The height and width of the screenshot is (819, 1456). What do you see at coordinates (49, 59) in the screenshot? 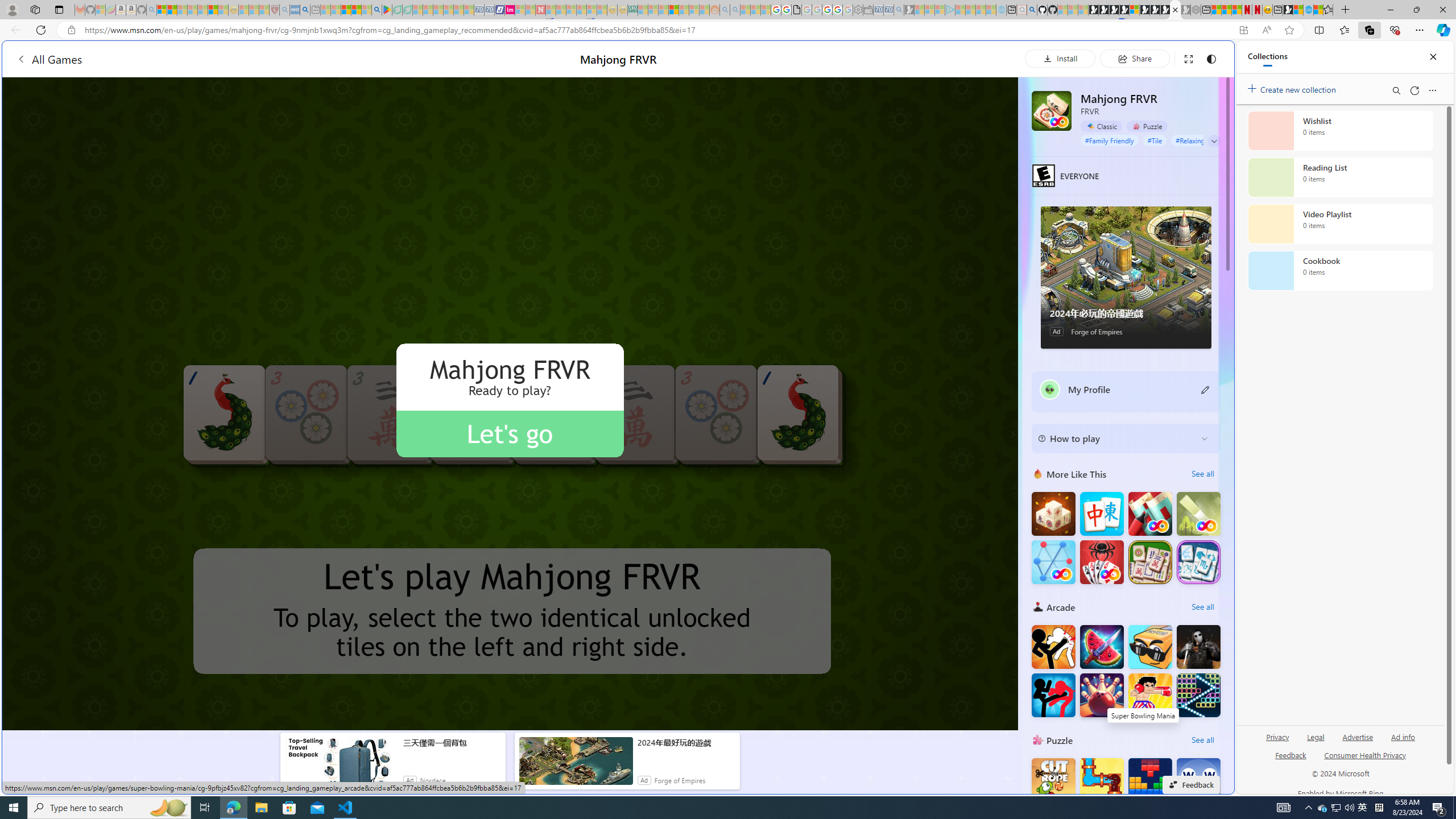
I see `'All Games'` at bounding box center [49, 59].